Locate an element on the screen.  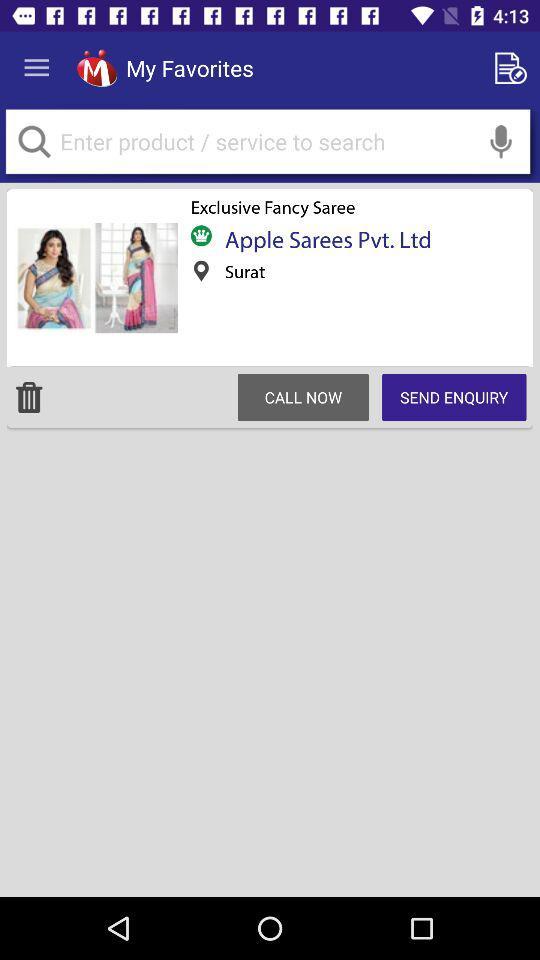
item below surat is located at coordinates (302, 396).